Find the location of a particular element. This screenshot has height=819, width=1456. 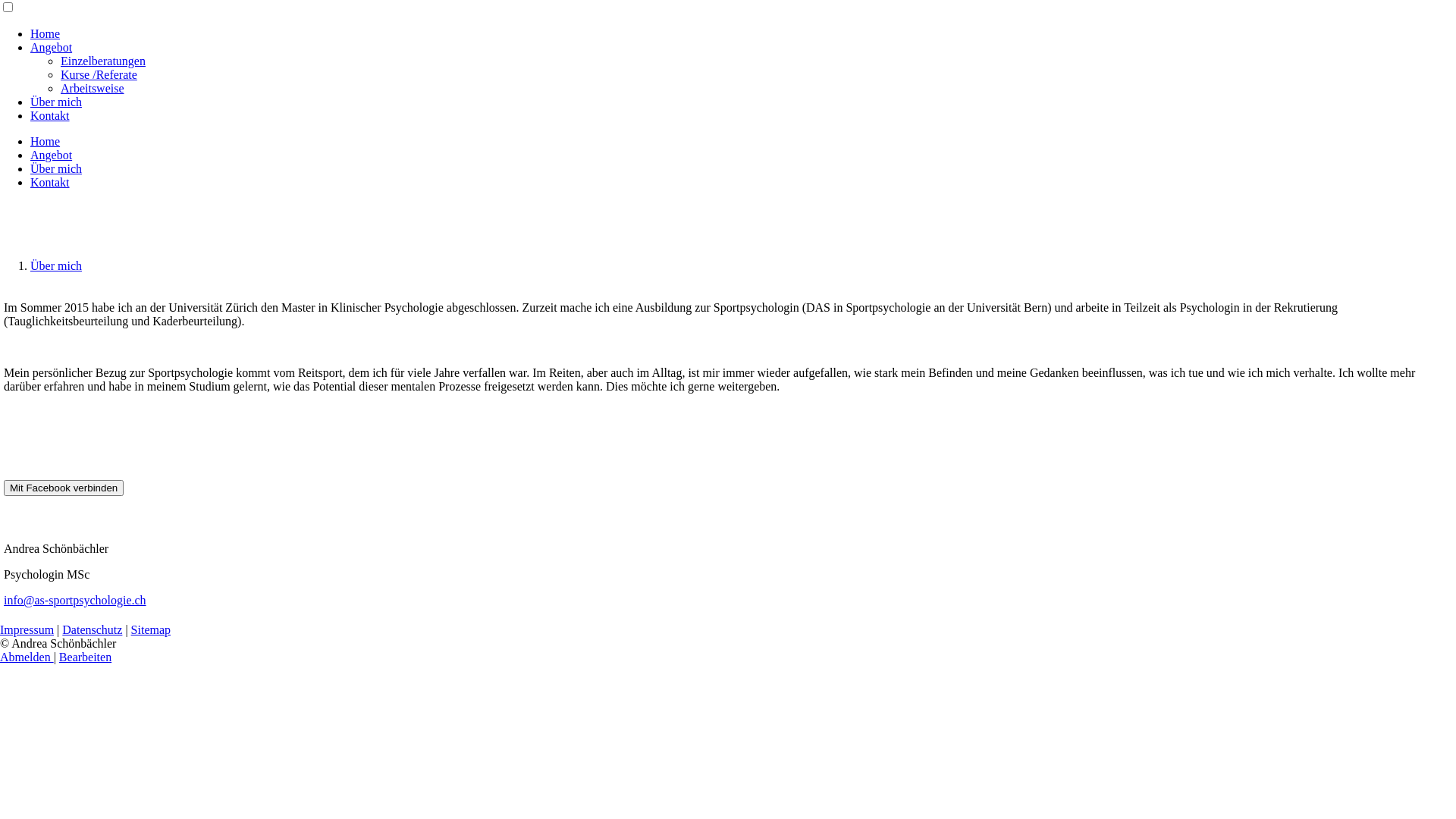

'Kontakt' is located at coordinates (50, 115).